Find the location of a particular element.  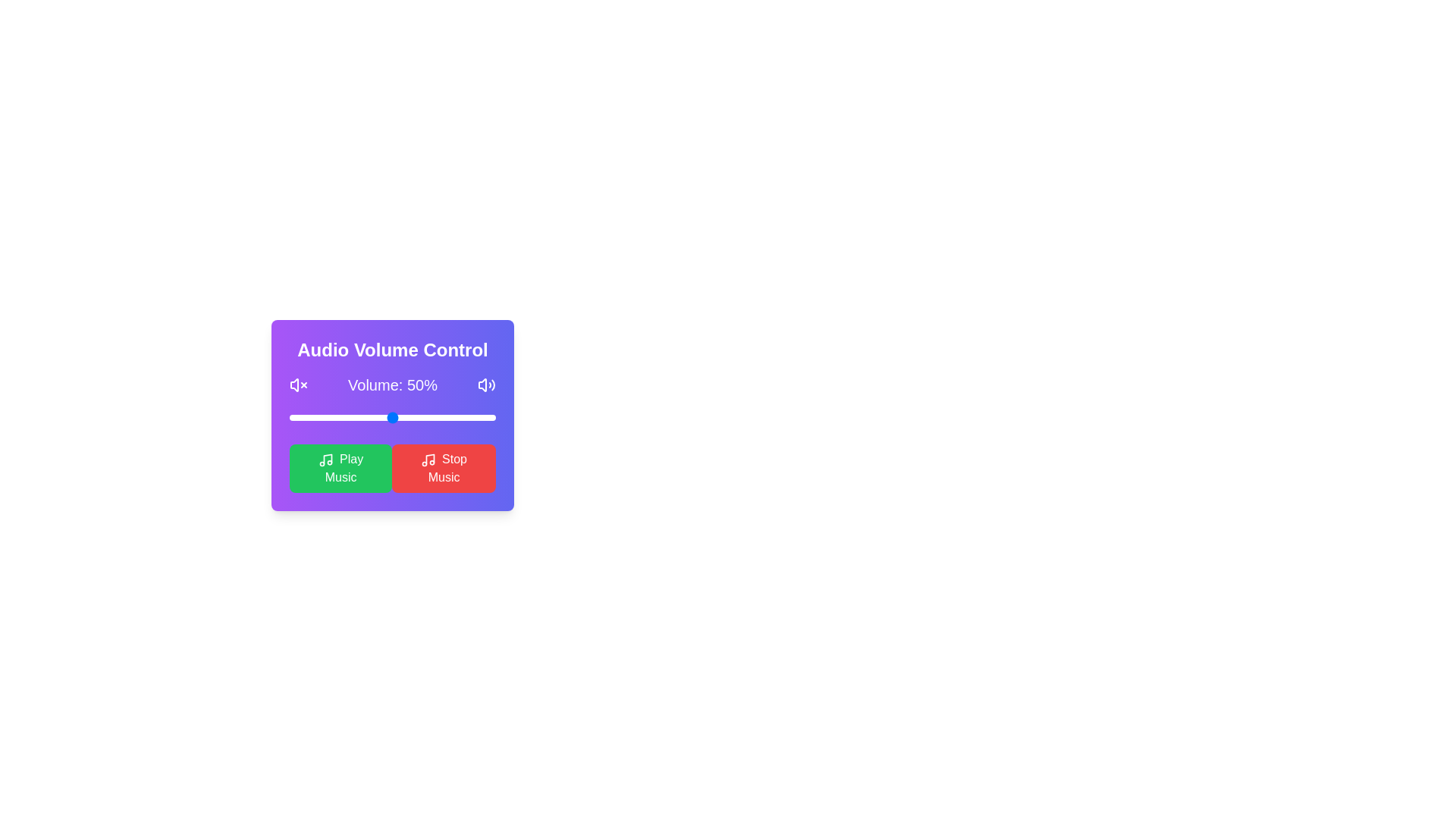

the mute/unmute icon button located to the left of the 'Volume: 50%' label is located at coordinates (298, 384).